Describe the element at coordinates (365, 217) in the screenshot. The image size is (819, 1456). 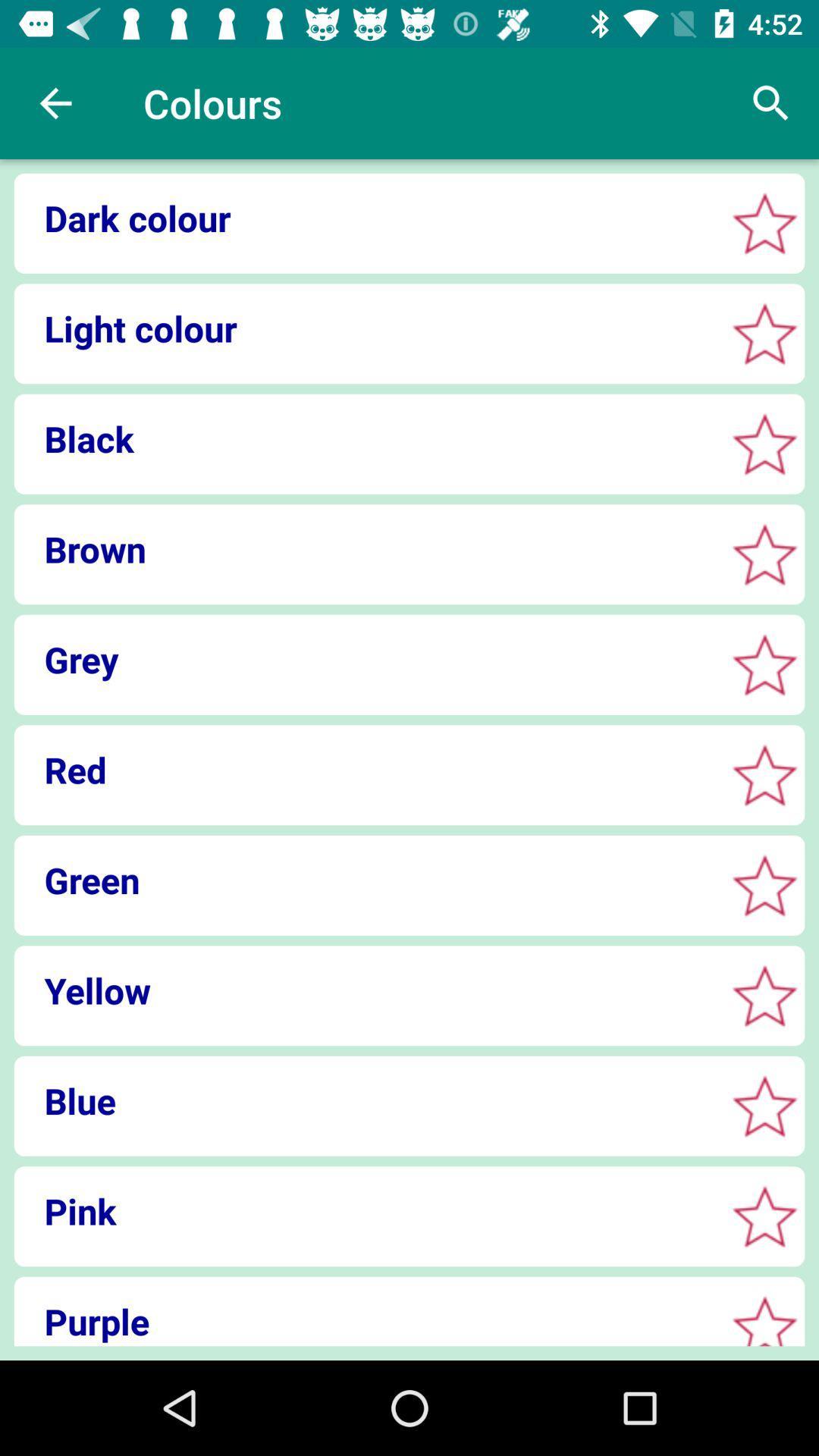
I see `dark colour icon` at that location.